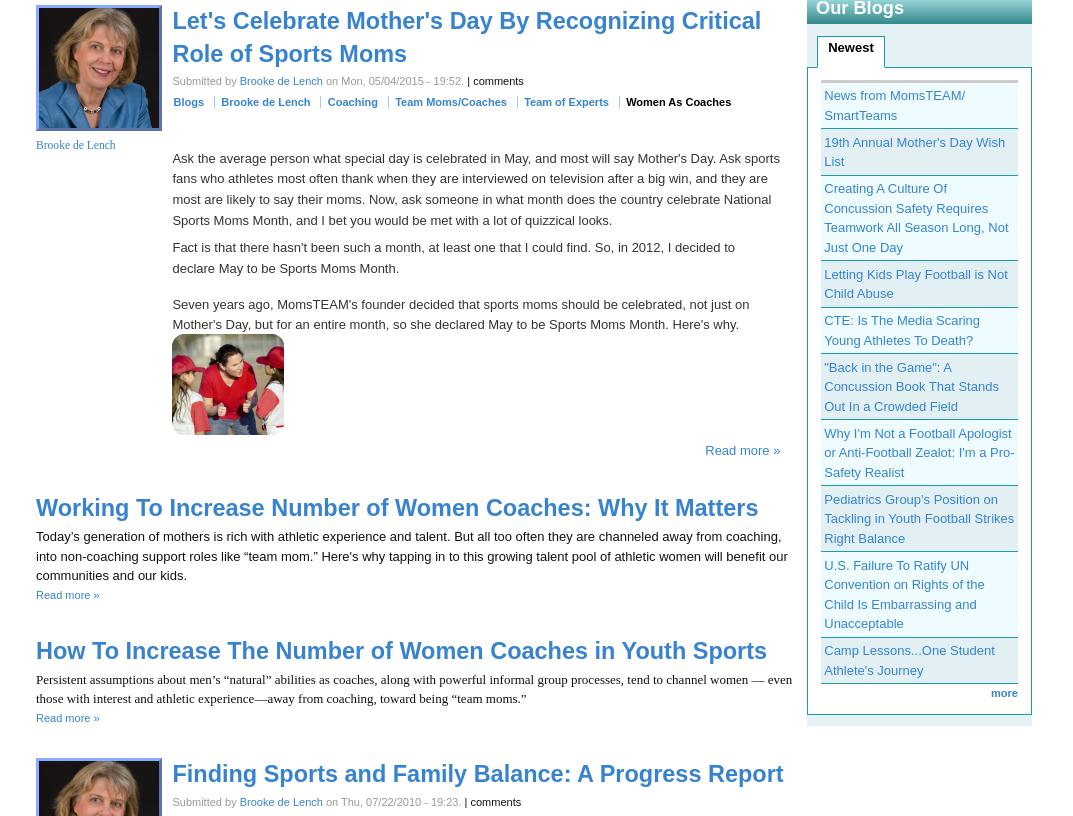 Image resolution: width=1073 pixels, height=816 pixels. Describe the element at coordinates (476, 773) in the screenshot. I see `'Finding Sports and Family Balance: A Progress Report'` at that location.